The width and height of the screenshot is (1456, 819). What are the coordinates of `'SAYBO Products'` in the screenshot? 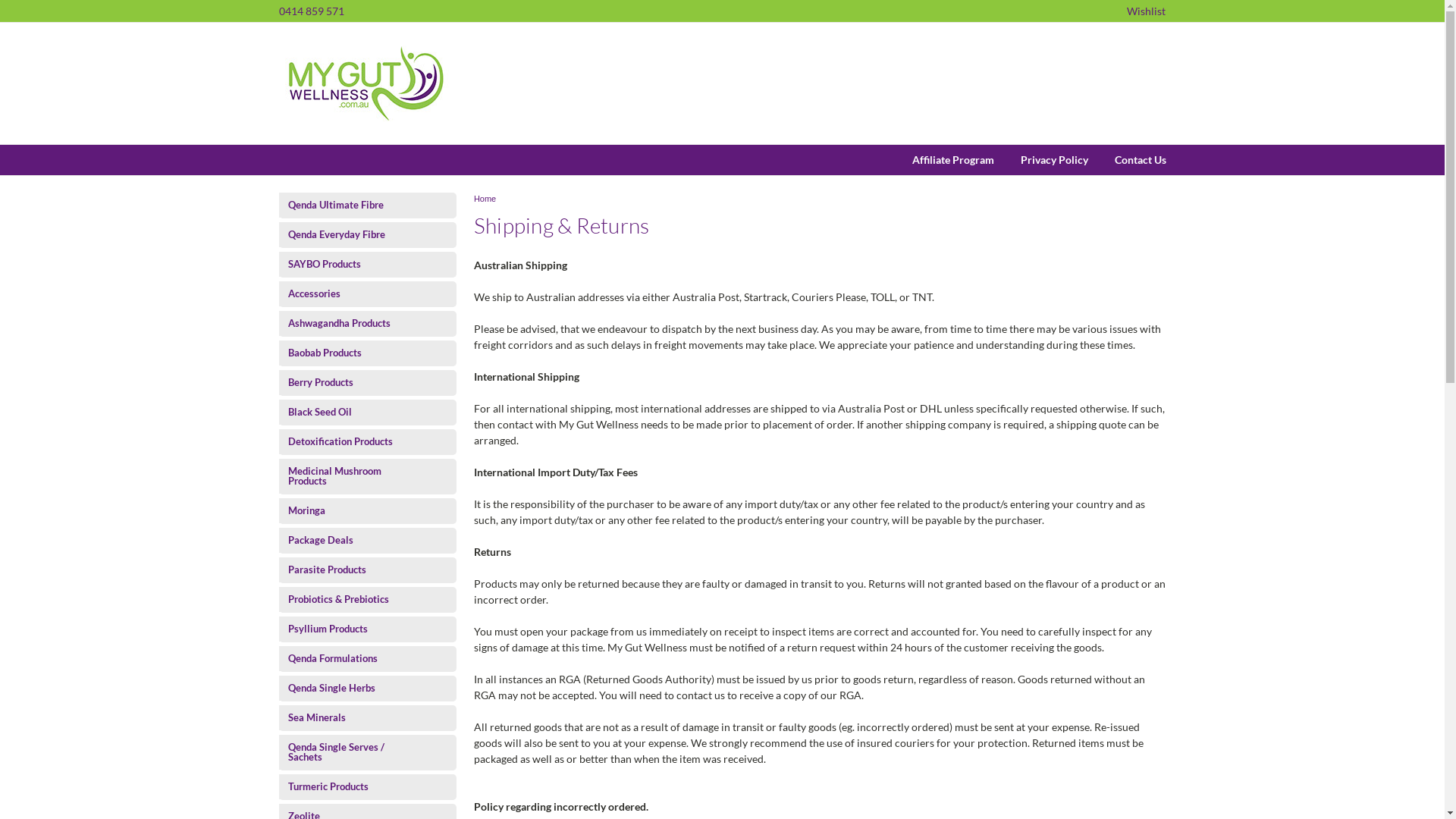 It's located at (279, 263).